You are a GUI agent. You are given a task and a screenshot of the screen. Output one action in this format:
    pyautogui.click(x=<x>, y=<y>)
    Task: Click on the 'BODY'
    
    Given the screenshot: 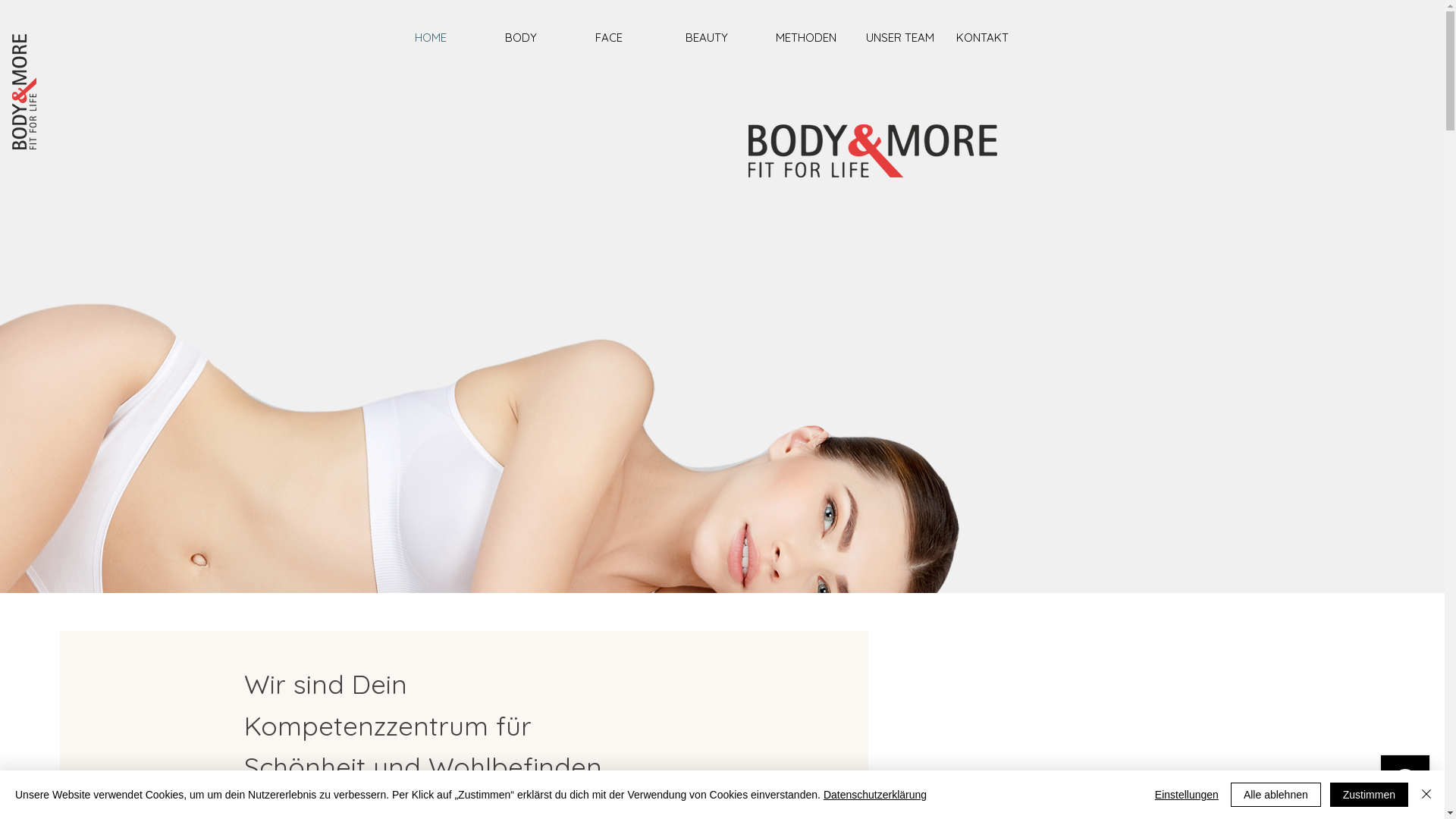 What is the action you would take?
    pyautogui.click(x=542, y=37)
    